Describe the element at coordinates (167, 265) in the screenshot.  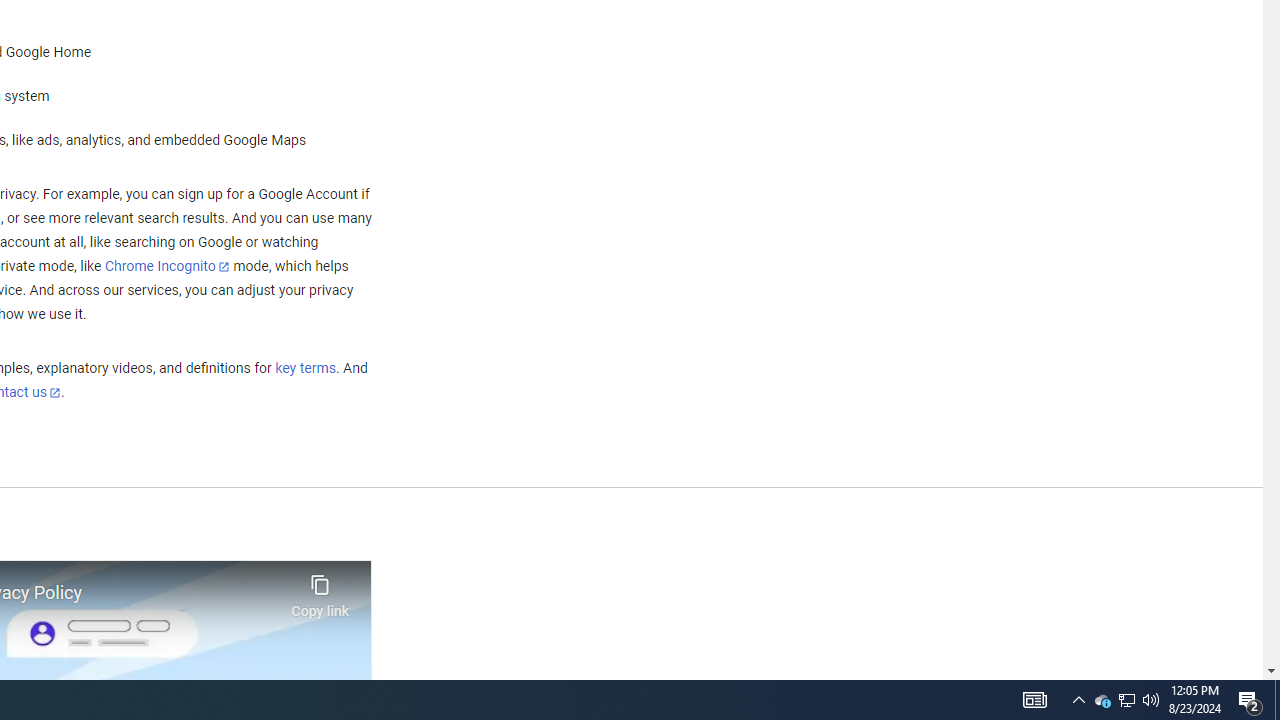
I see `'Chrome Incognito'` at that location.